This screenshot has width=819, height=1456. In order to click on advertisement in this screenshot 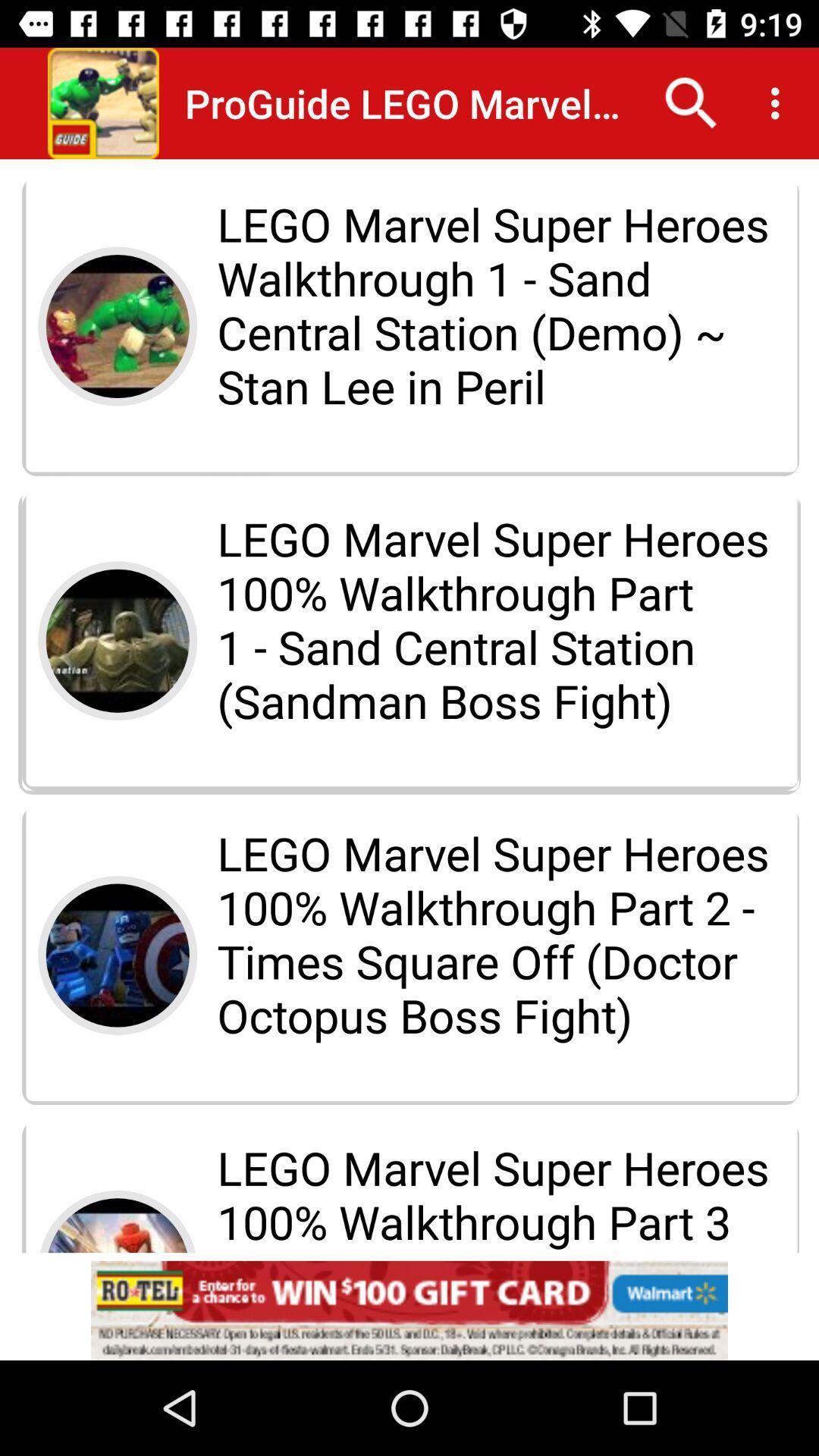, I will do `click(409, 1310)`.